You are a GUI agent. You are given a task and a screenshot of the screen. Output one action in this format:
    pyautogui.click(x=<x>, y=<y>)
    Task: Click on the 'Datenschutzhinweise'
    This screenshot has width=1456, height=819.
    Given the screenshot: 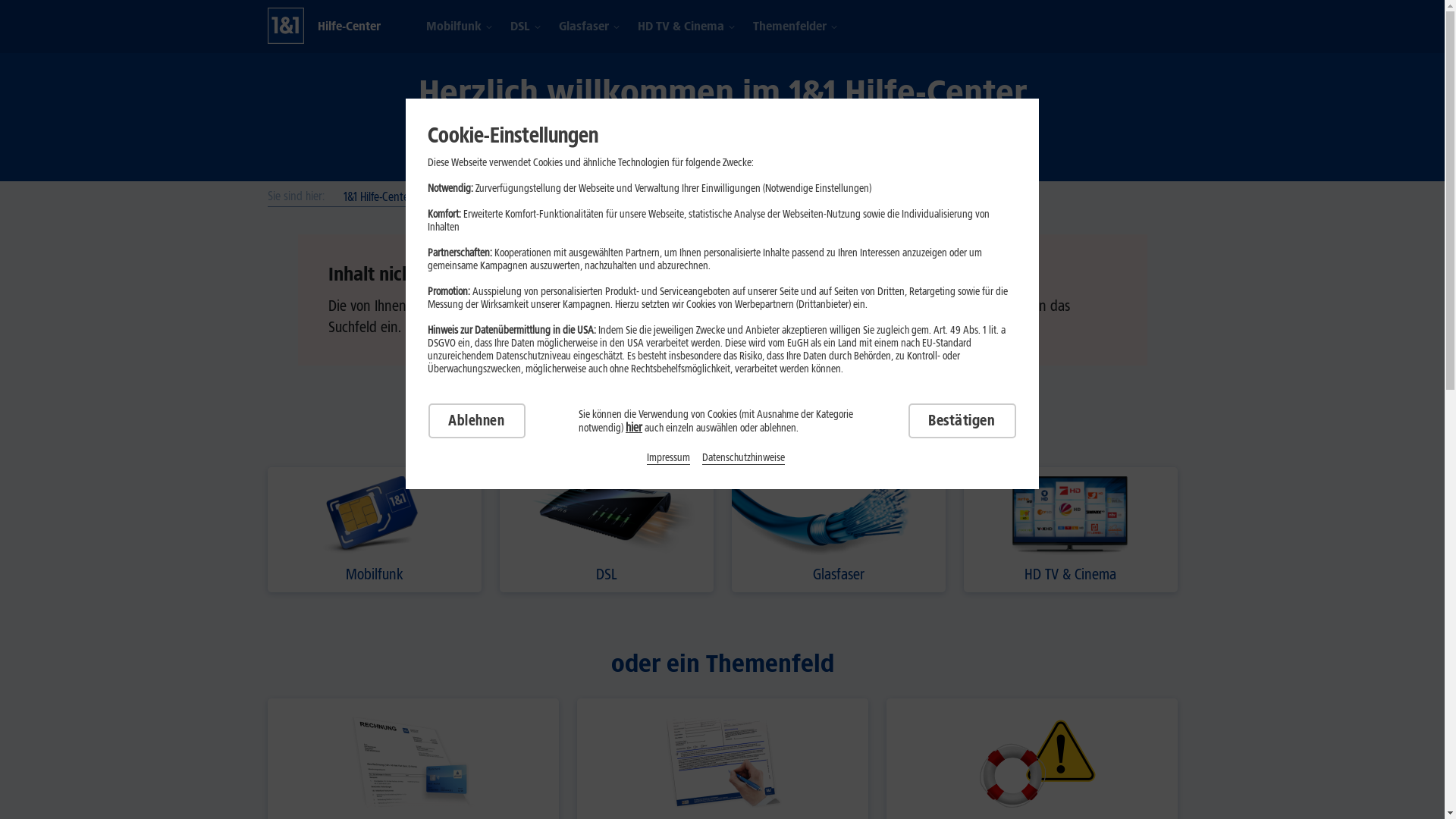 What is the action you would take?
    pyautogui.click(x=743, y=457)
    